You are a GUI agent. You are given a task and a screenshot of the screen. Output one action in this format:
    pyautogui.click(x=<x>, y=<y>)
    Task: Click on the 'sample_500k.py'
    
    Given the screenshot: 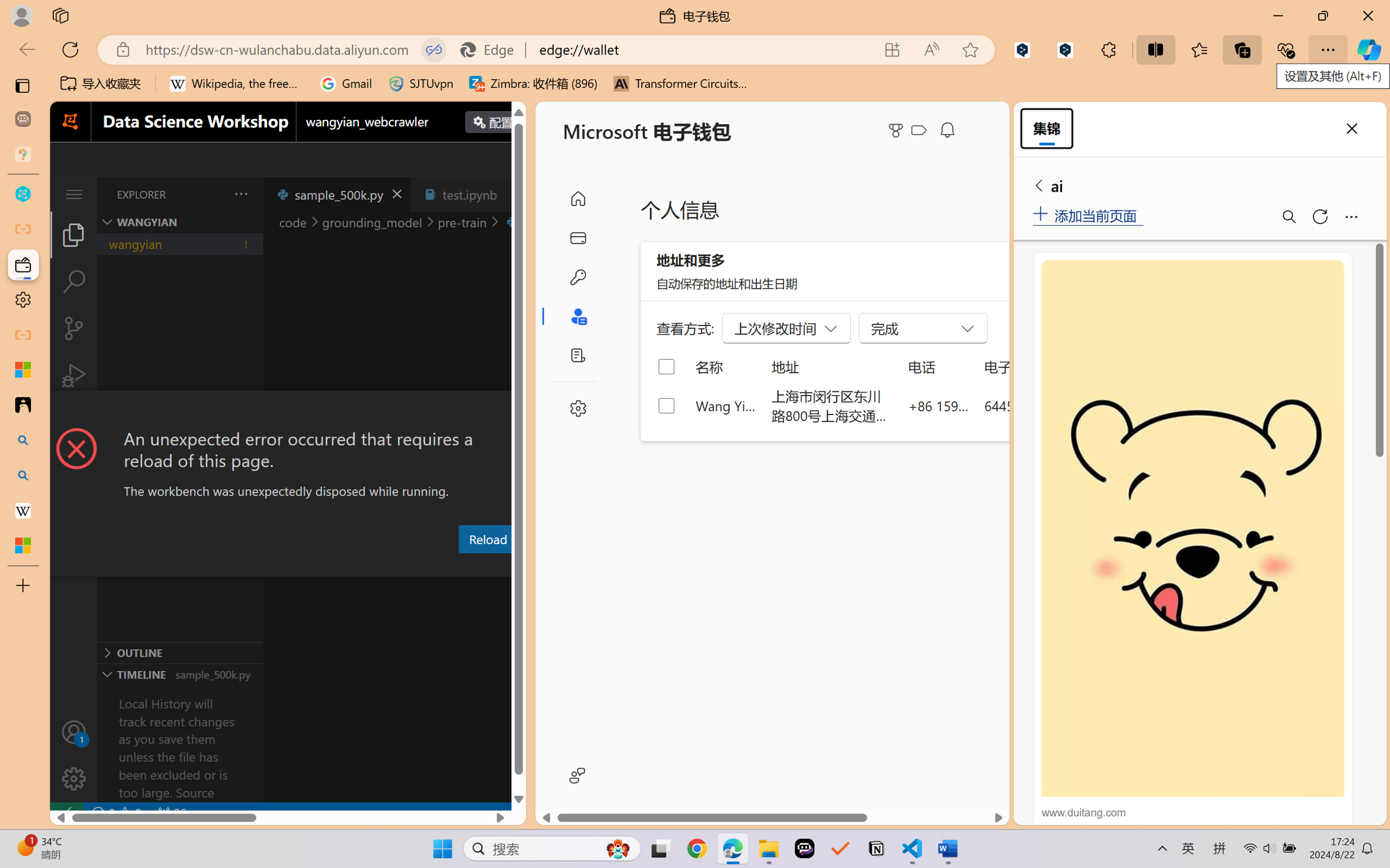 What is the action you would take?
    pyautogui.click(x=336, y=193)
    